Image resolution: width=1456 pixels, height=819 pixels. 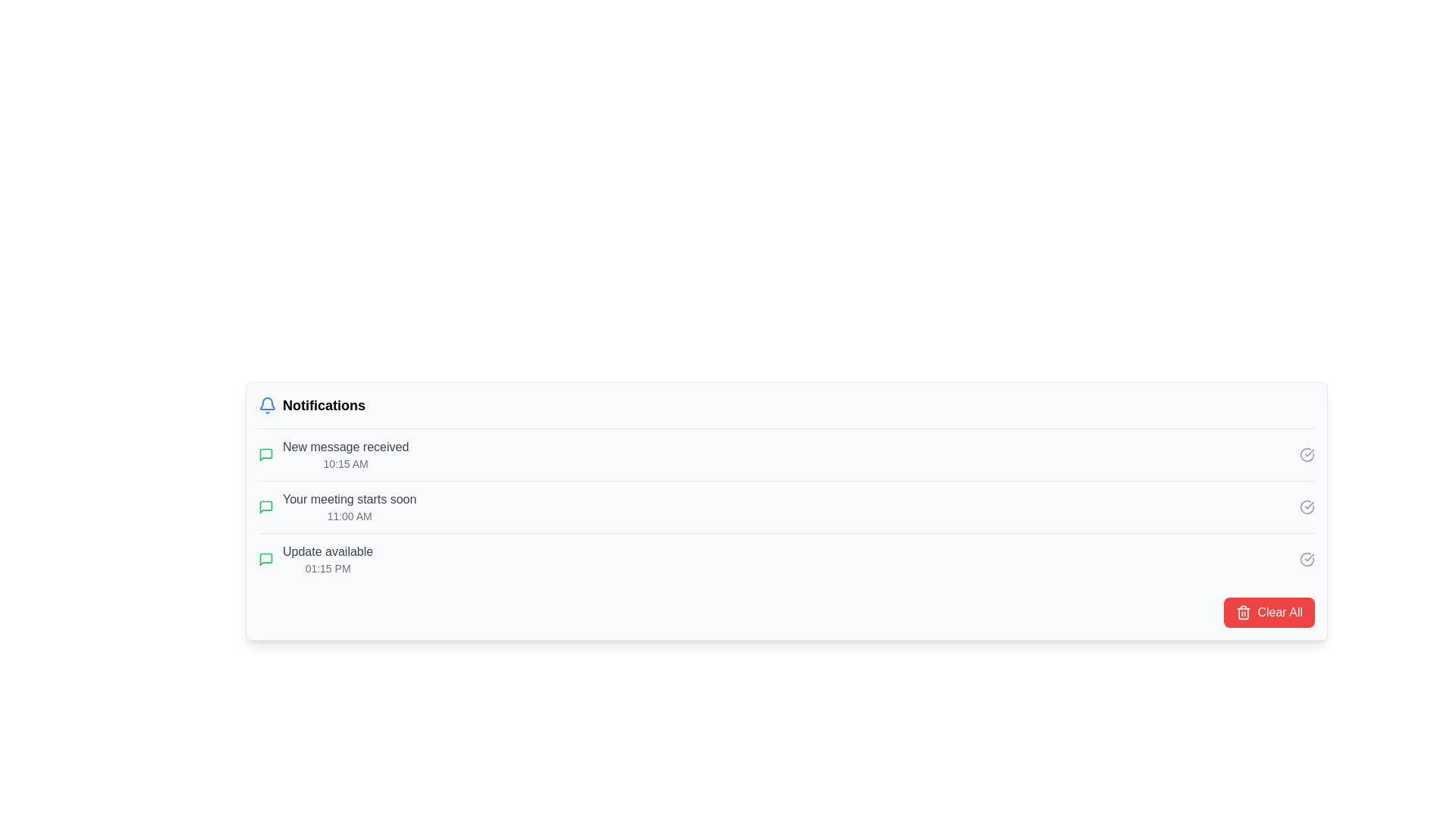 What do you see at coordinates (327, 559) in the screenshot?
I see `notification text which is the third item in the vertically-aligned list of notifications, located directly below the 'Your meeting starts soon' notification` at bounding box center [327, 559].